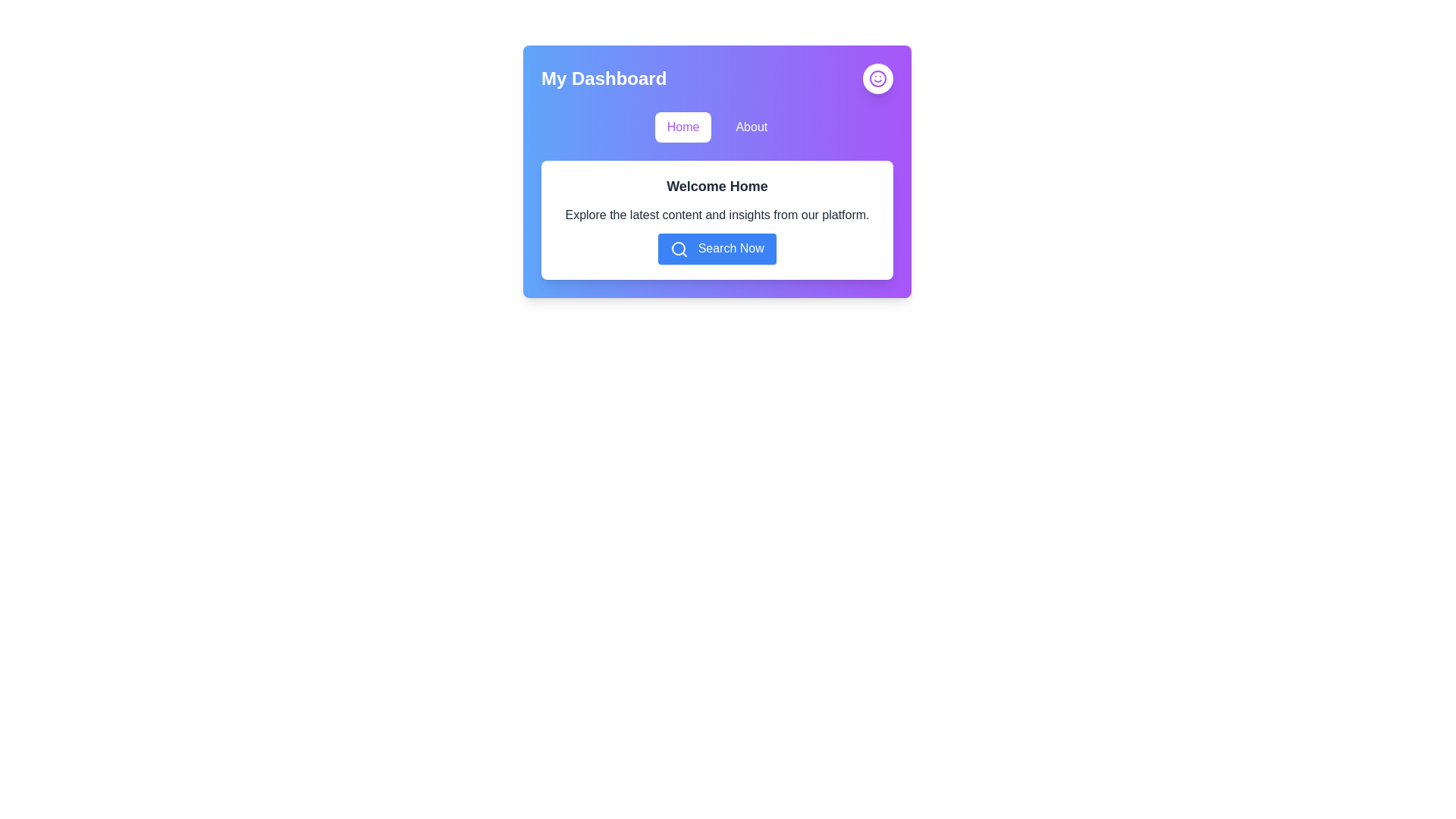 The height and width of the screenshot is (819, 1456). Describe the element at coordinates (679, 247) in the screenshot. I see `the 'Search Now' button, which is visually indicated by the search icon to its left, for further interaction` at that location.